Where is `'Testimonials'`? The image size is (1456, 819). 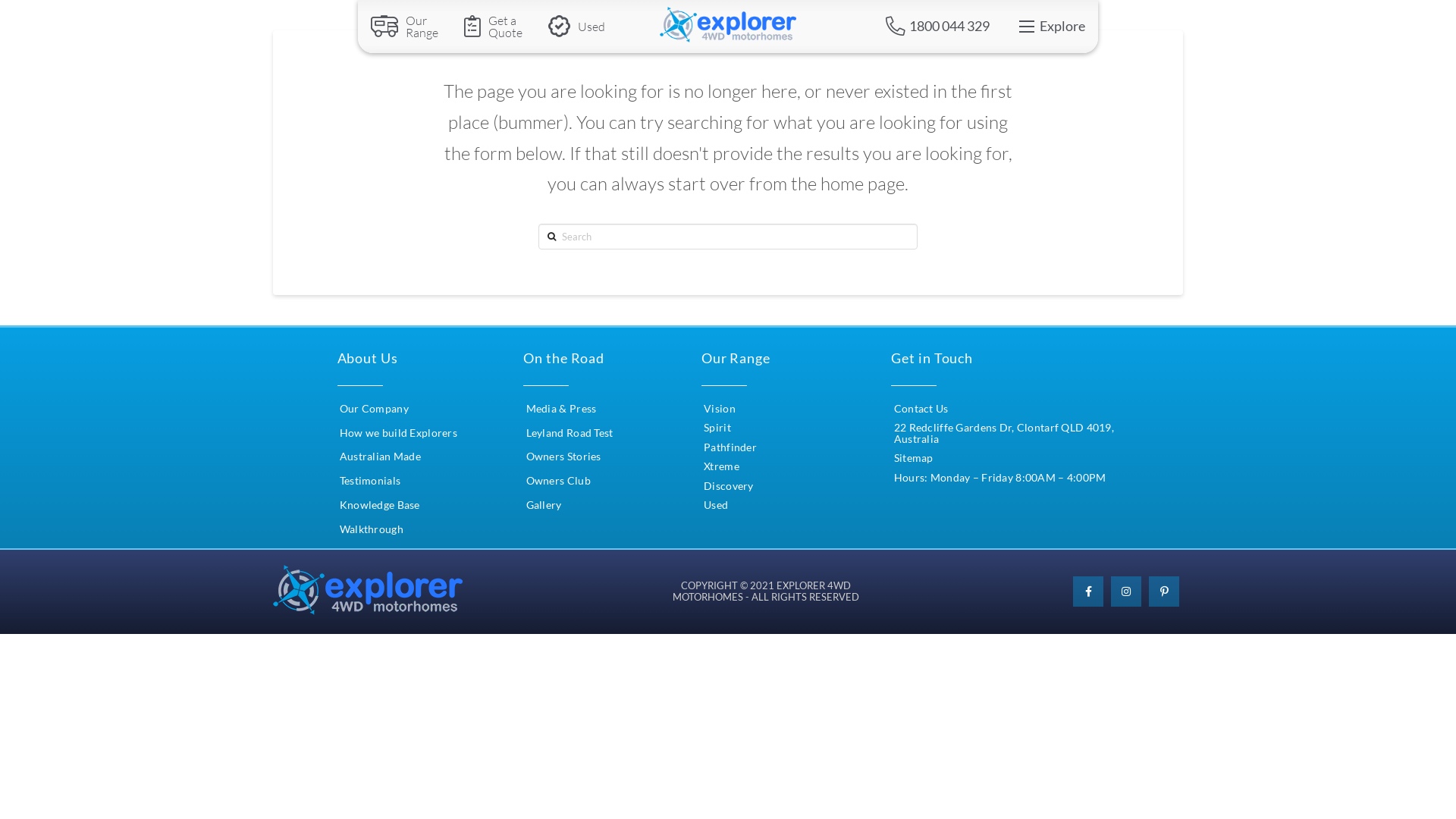 'Testimonials' is located at coordinates (369, 482).